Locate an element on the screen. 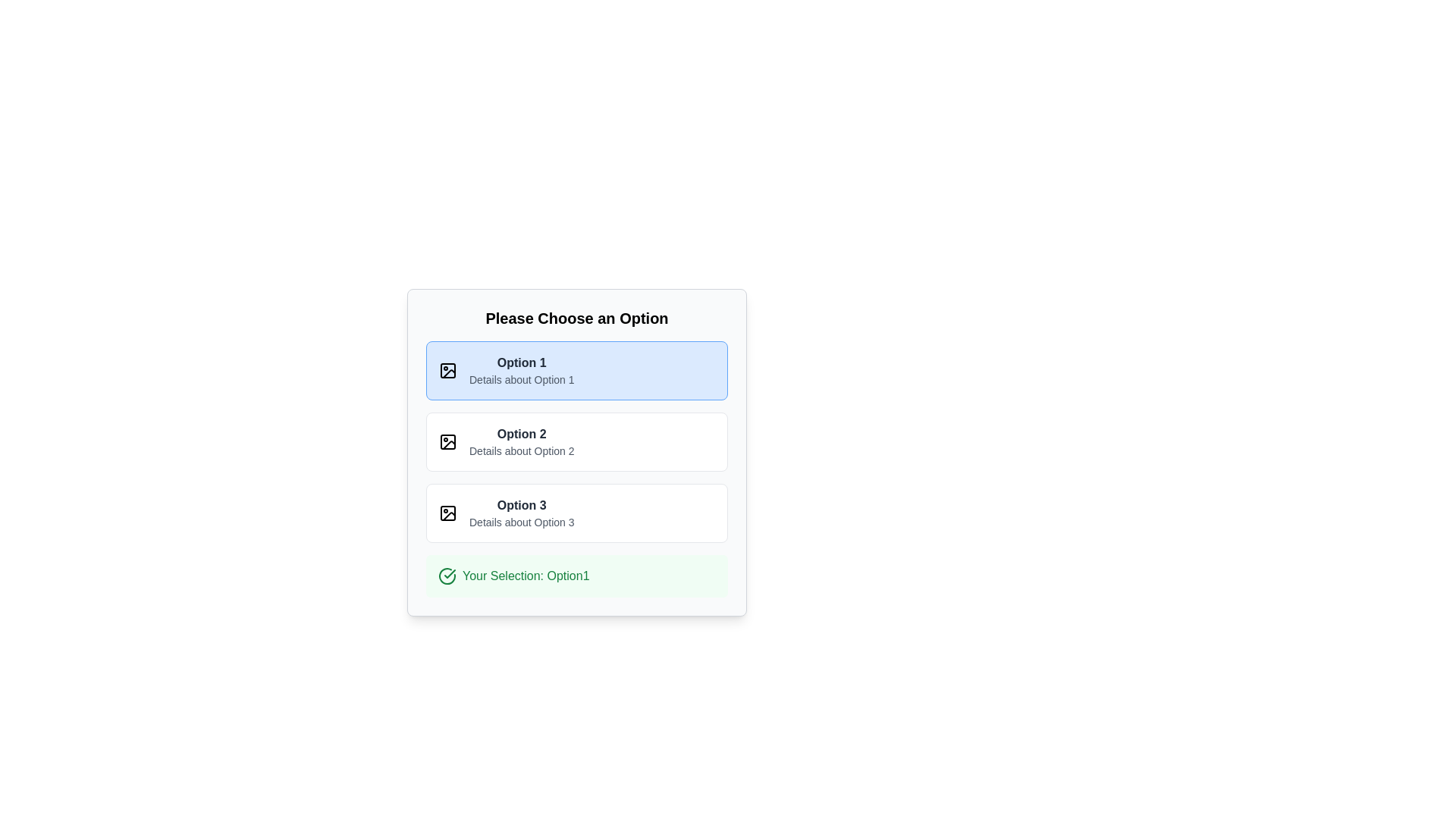 The image size is (1456, 819). the icon representing 'Option 2', located at the leftmost side of the 'Option 2' section, to engage with the surrounding option is located at coordinates (447, 441).